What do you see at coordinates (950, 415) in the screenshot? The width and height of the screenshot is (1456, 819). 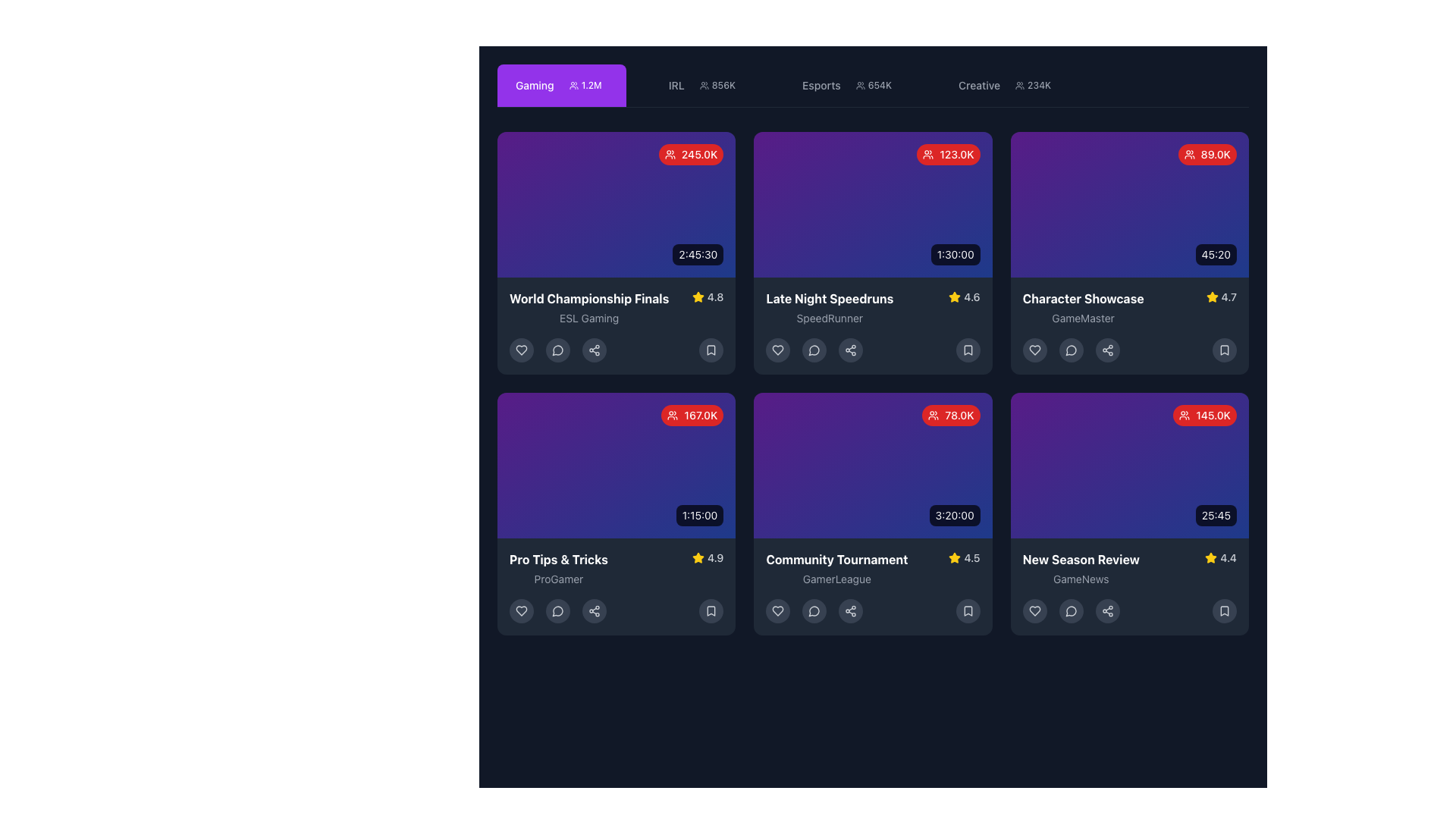 I see `the red badge in the upper-right corner of the 'Community Tournament' card to associate the count '78.0K' with the card's context` at bounding box center [950, 415].